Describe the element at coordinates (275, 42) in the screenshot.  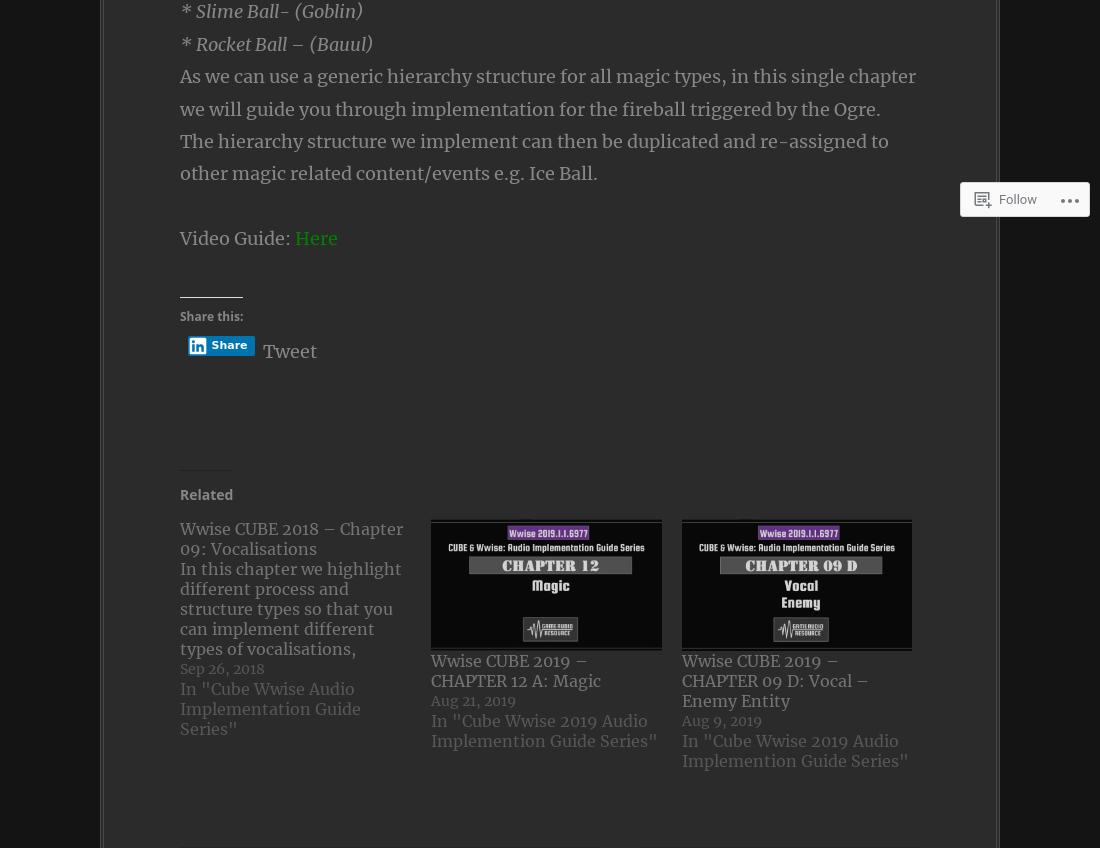
I see `'* Rocket Ball – (Bauul)'` at that location.